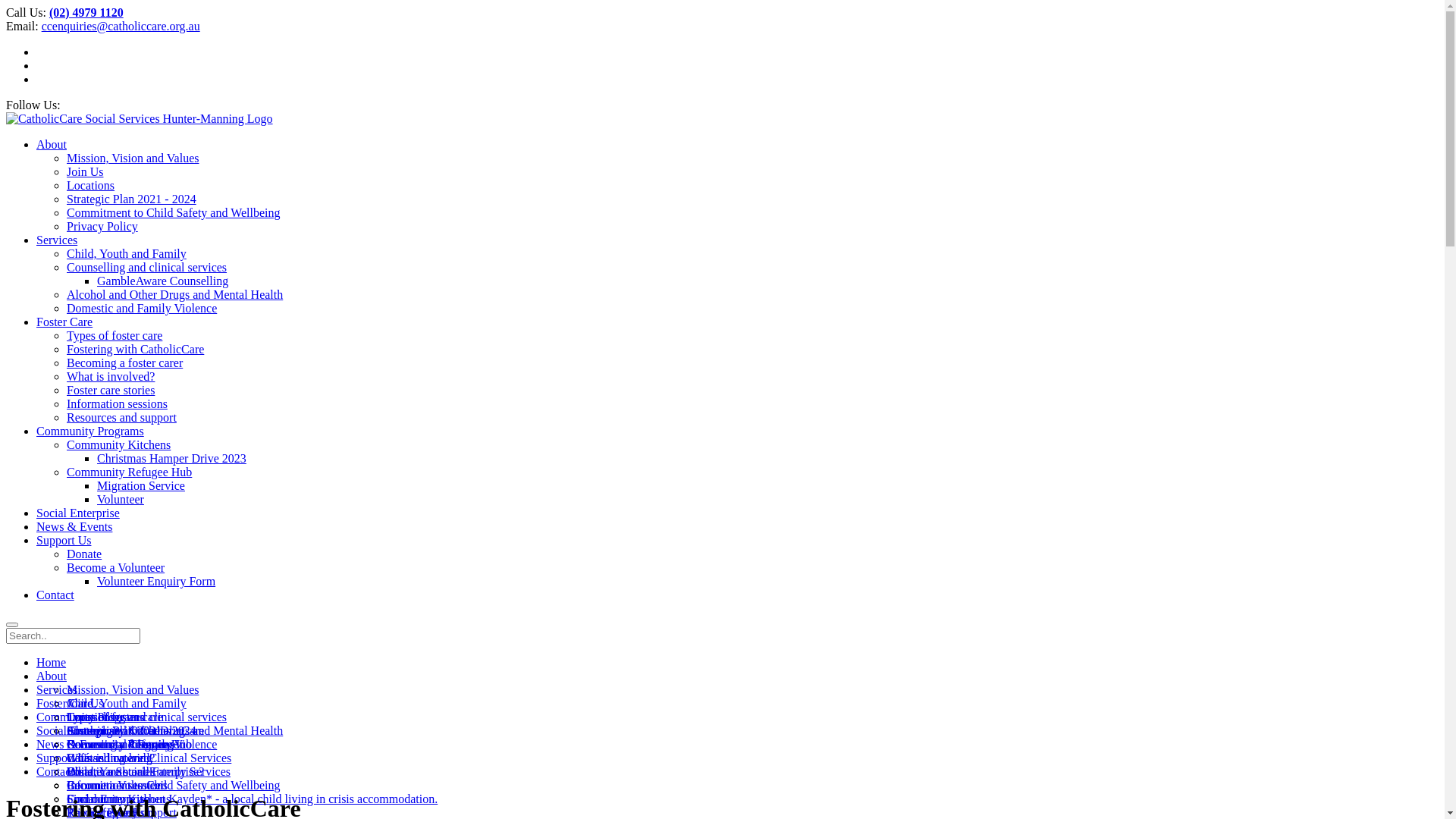  I want to click on 'Commercial Cleaning', so click(119, 743).